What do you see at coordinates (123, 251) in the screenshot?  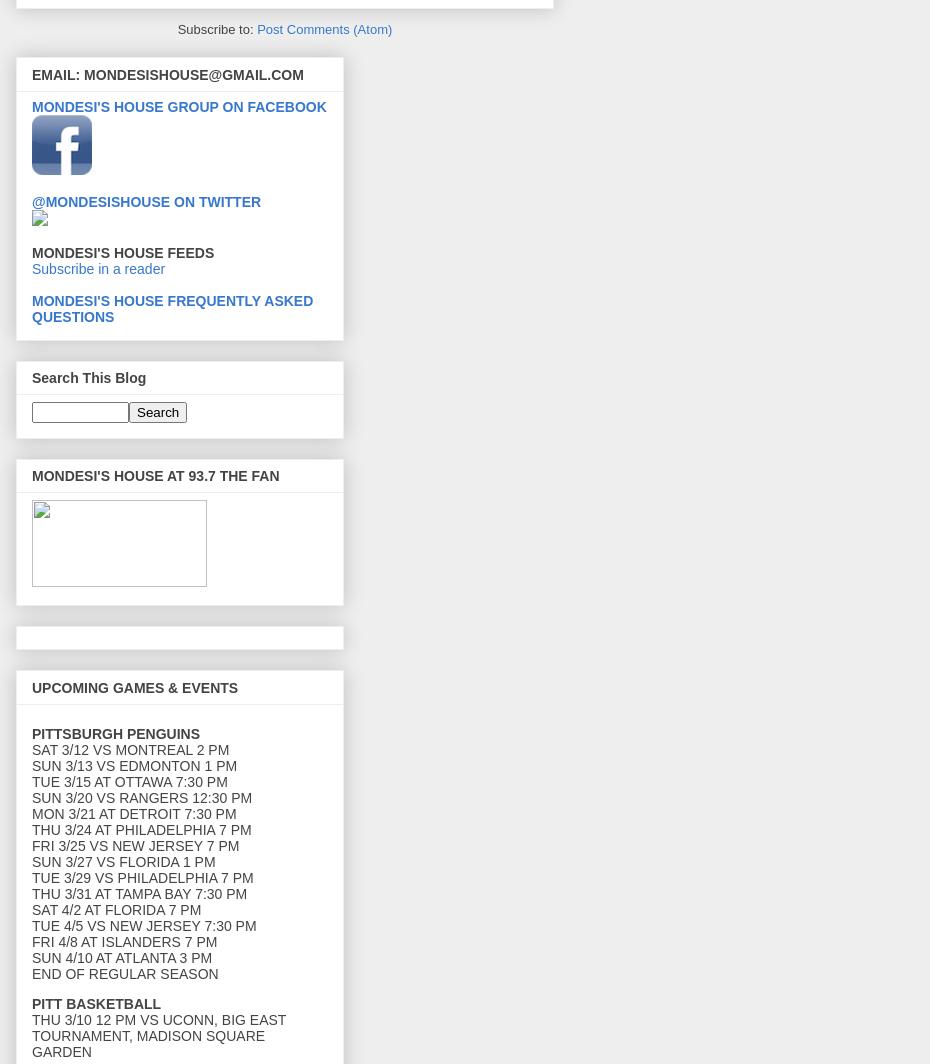 I see `'MONDESI'S HOUSE FEEDS'` at bounding box center [123, 251].